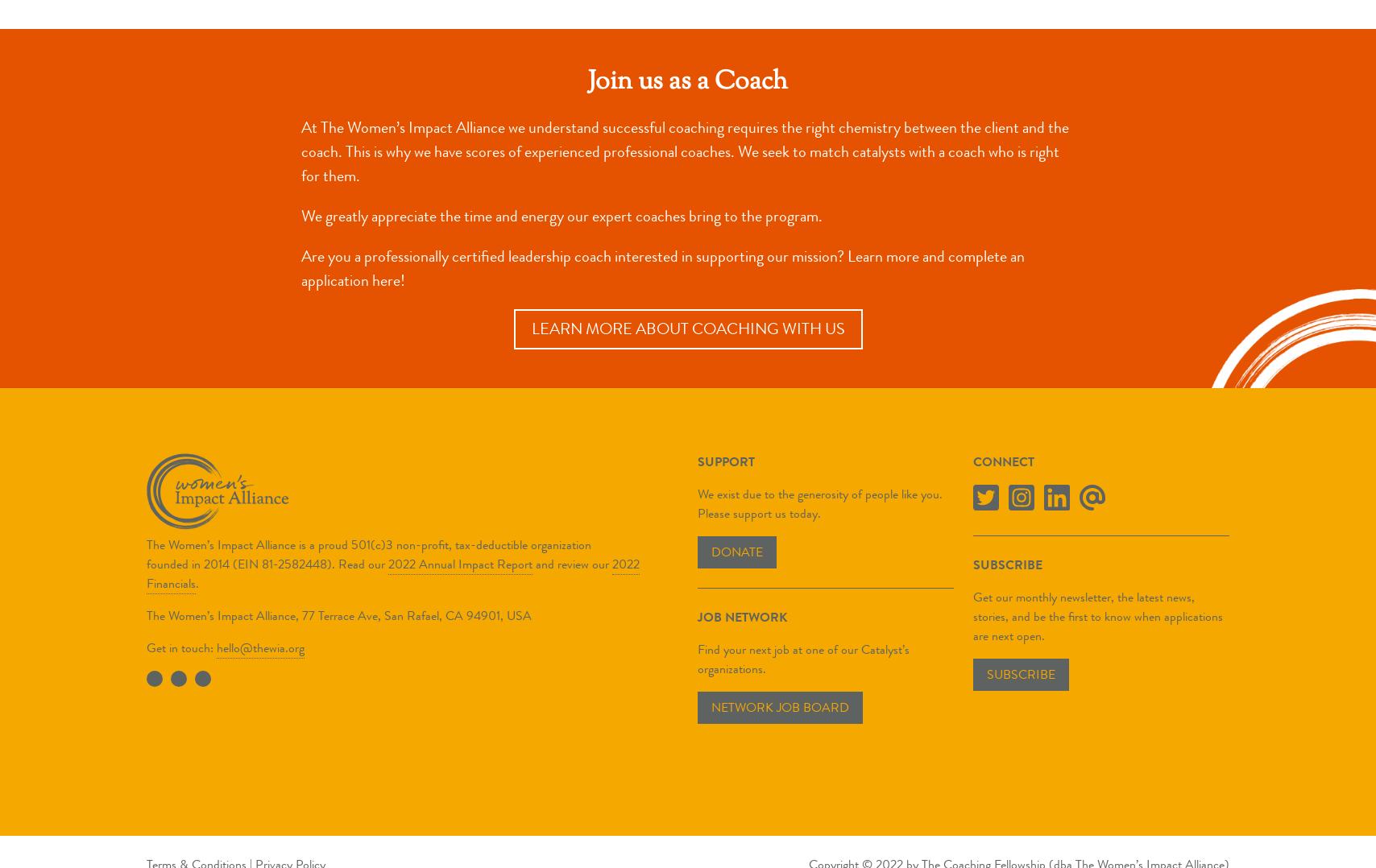  I want to click on 'NETWORK JOB BOARD', so click(779, 706).